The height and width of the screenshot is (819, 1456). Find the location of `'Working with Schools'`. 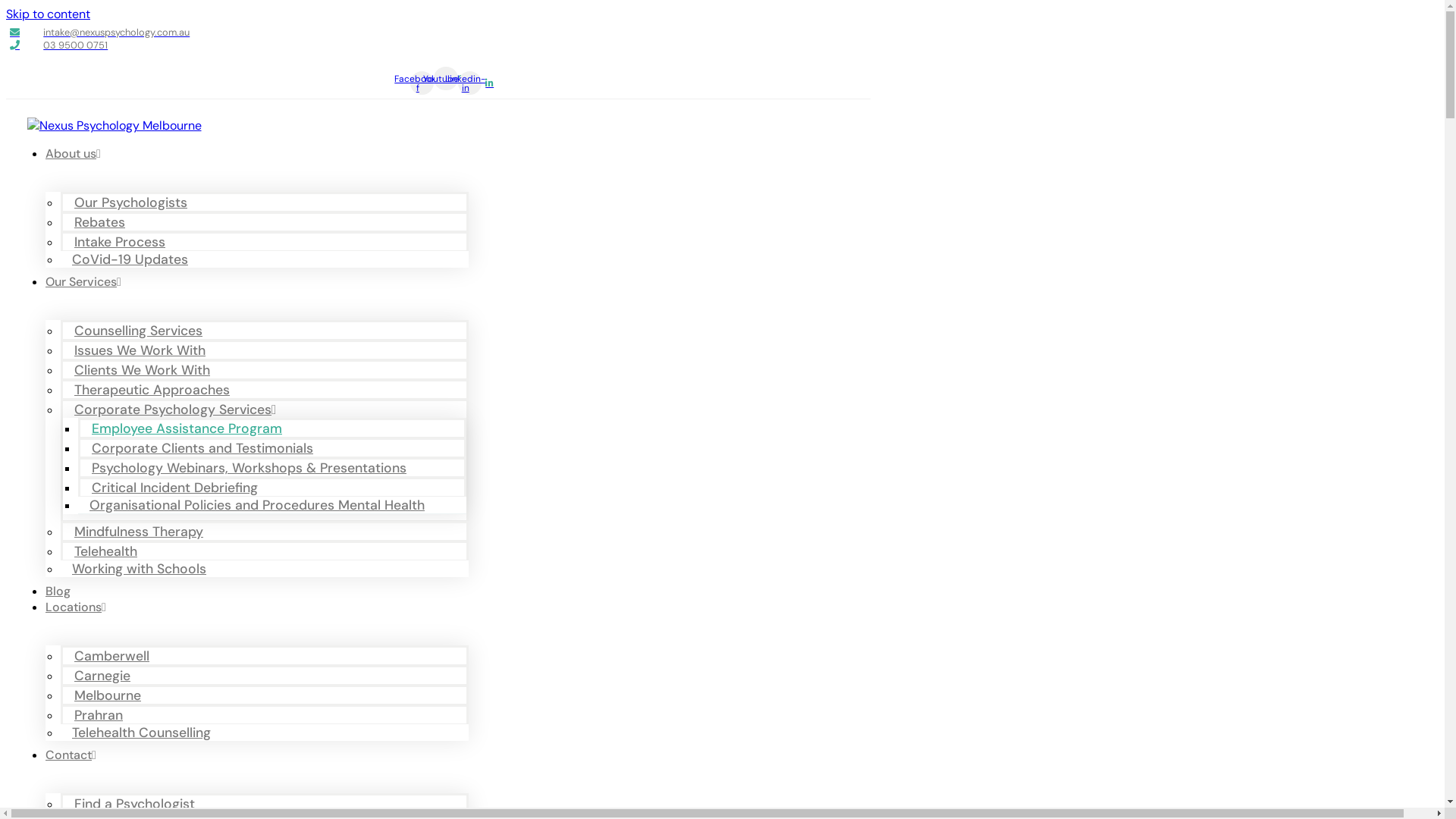

'Working with Schools' is located at coordinates (143, 568).